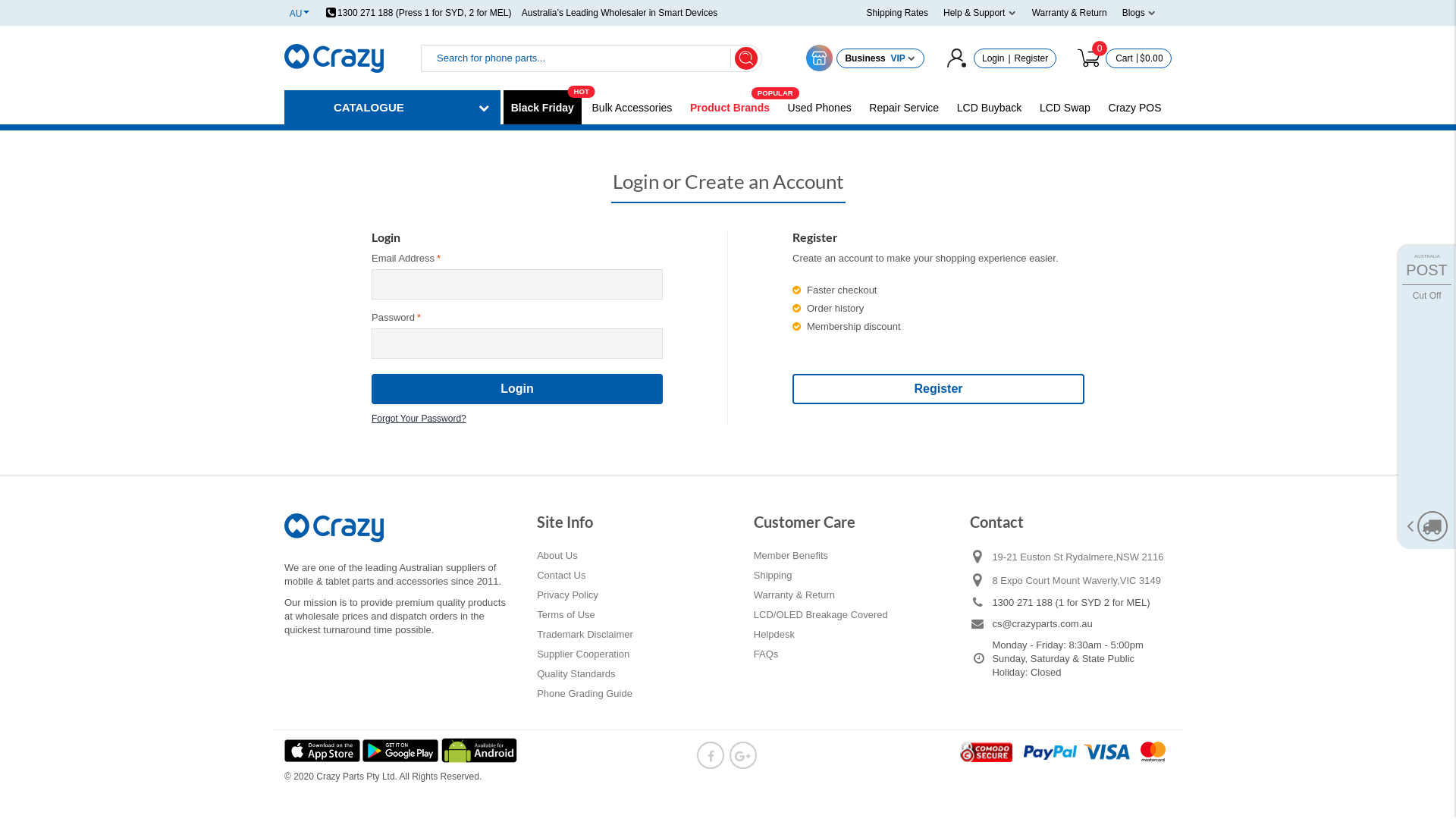  I want to click on 'Privacy Policy', so click(566, 595).